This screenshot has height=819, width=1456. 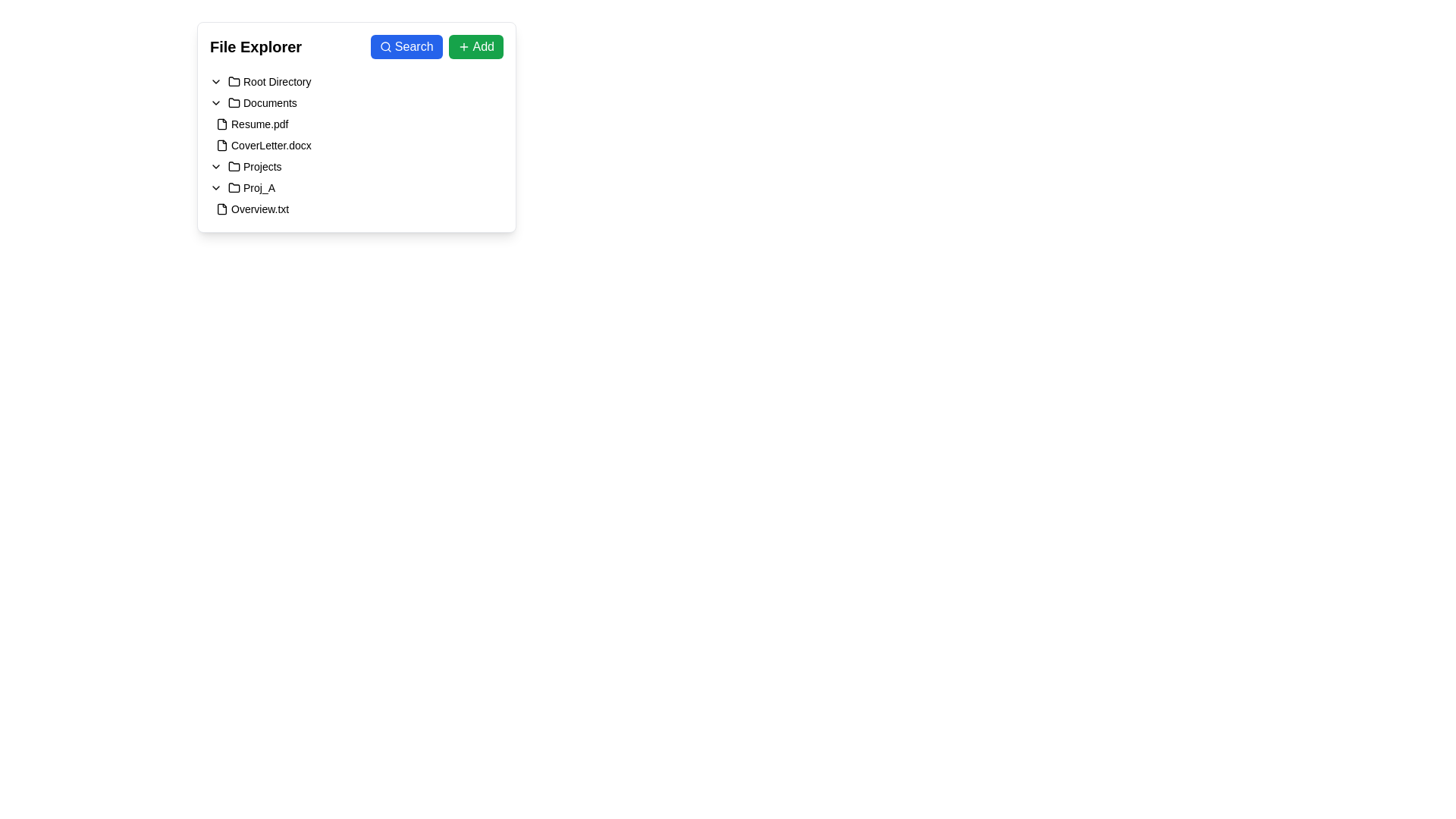 What do you see at coordinates (233, 102) in the screenshot?
I see `small folder icon located to the left of the 'Documents' text label within the grouped UI structure` at bounding box center [233, 102].